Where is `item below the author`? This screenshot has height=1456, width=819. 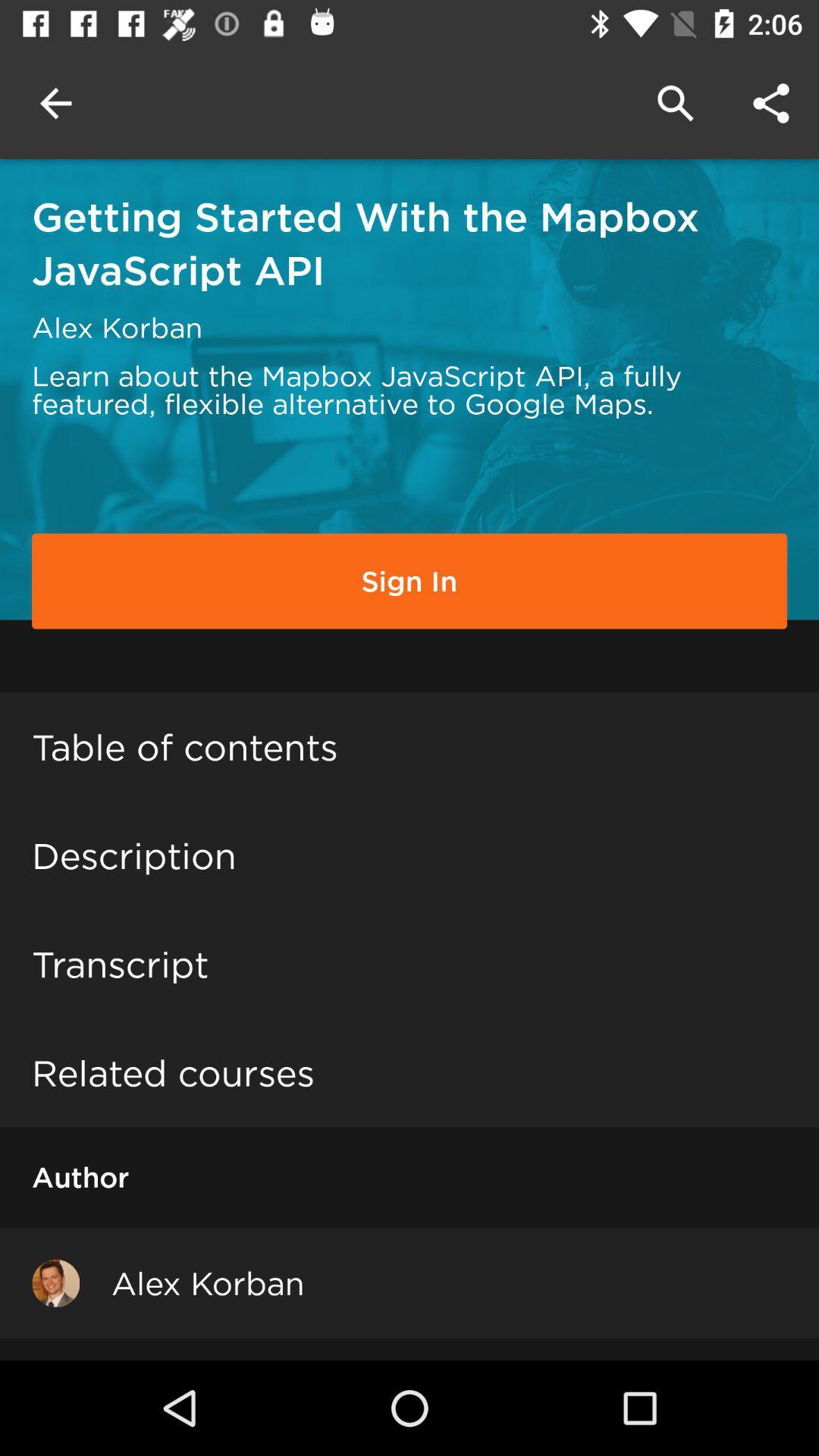 item below the author is located at coordinates (55, 1282).